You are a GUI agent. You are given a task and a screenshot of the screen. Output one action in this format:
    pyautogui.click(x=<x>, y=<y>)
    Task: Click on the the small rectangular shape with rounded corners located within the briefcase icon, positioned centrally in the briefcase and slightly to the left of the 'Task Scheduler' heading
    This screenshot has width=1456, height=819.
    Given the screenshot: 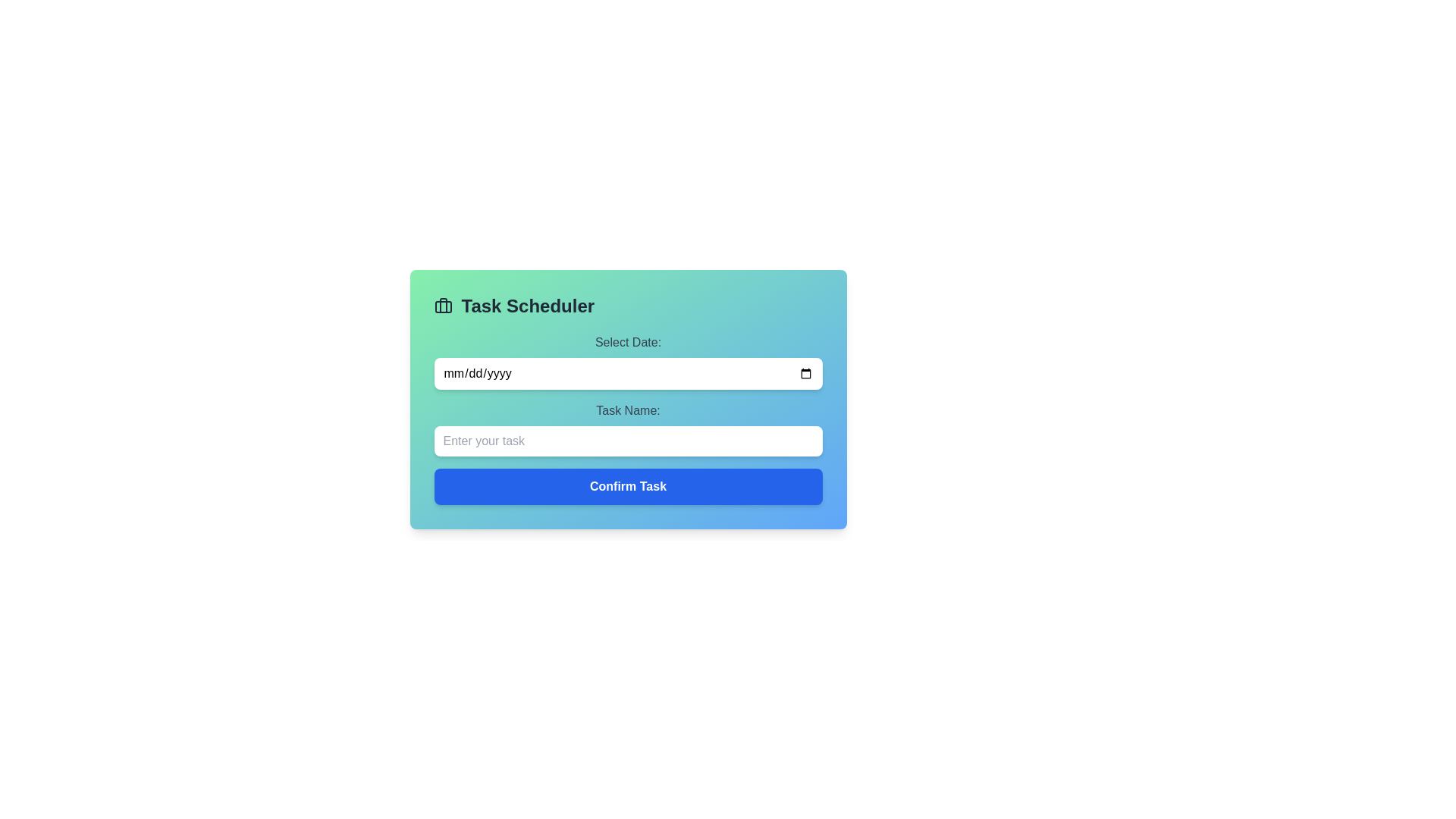 What is the action you would take?
    pyautogui.click(x=442, y=307)
    